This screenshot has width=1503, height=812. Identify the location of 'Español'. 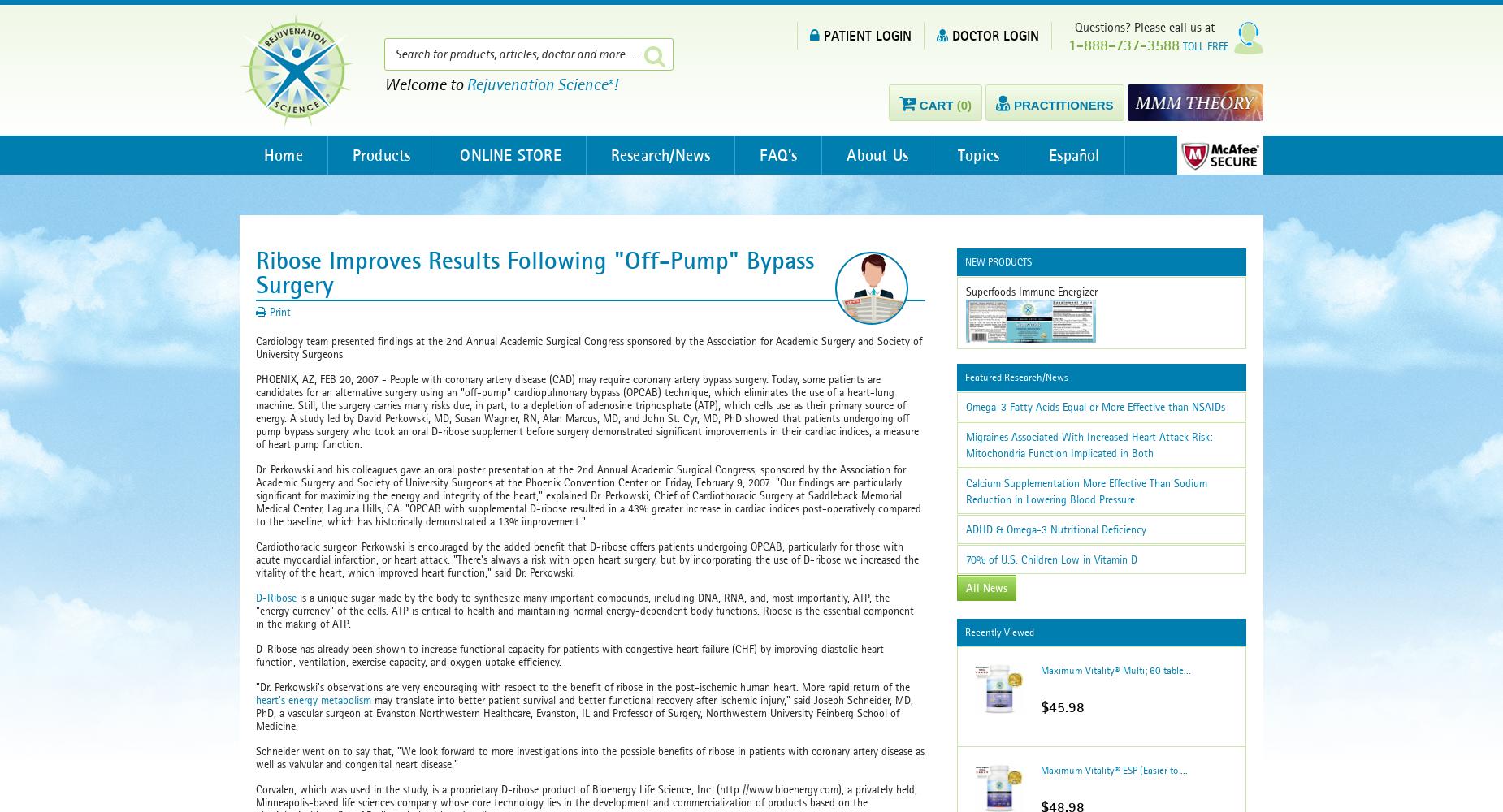
(1073, 154).